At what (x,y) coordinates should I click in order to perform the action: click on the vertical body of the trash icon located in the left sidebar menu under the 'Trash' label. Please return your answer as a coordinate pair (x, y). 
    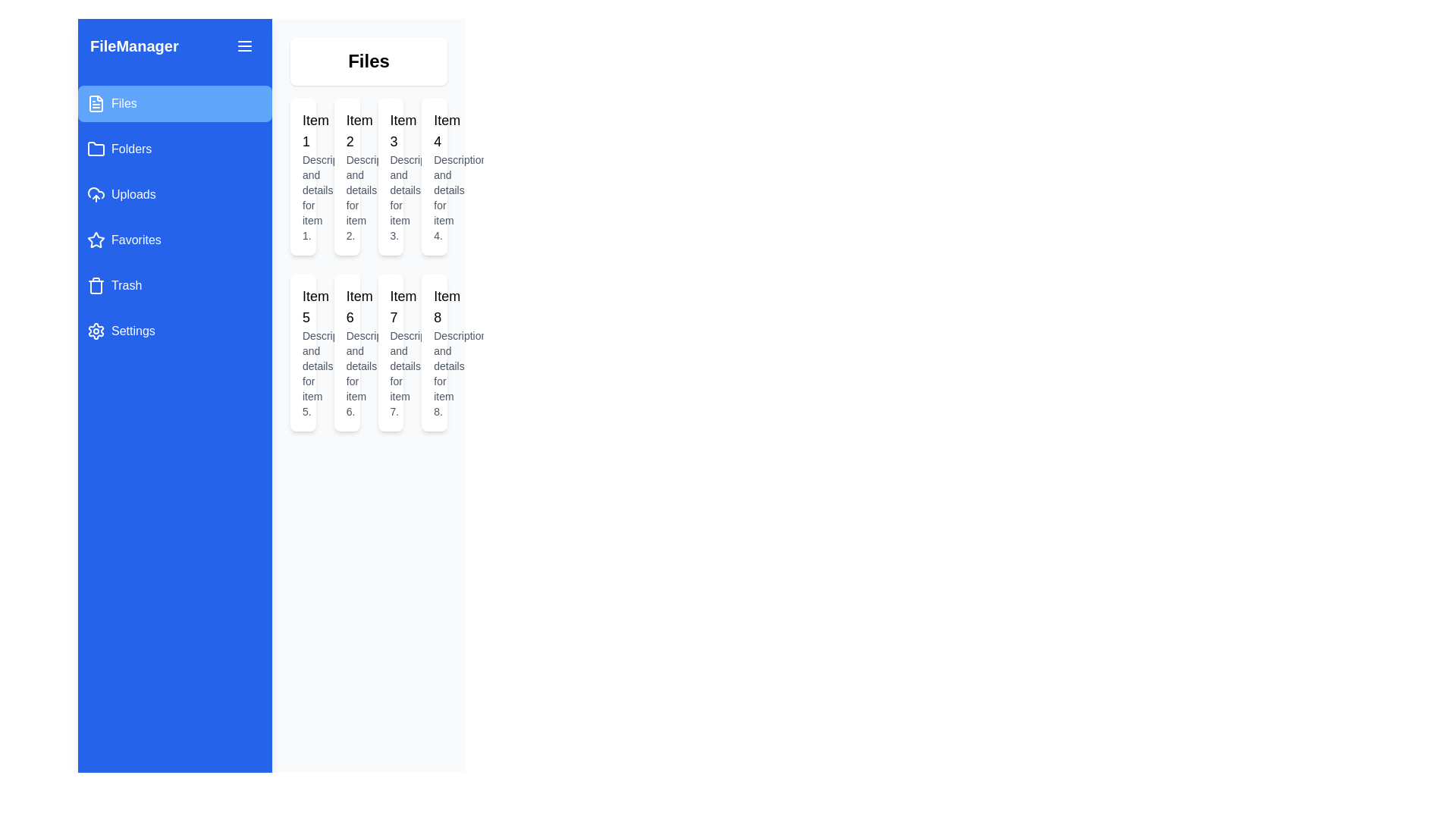
    Looking at the image, I should click on (95, 287).